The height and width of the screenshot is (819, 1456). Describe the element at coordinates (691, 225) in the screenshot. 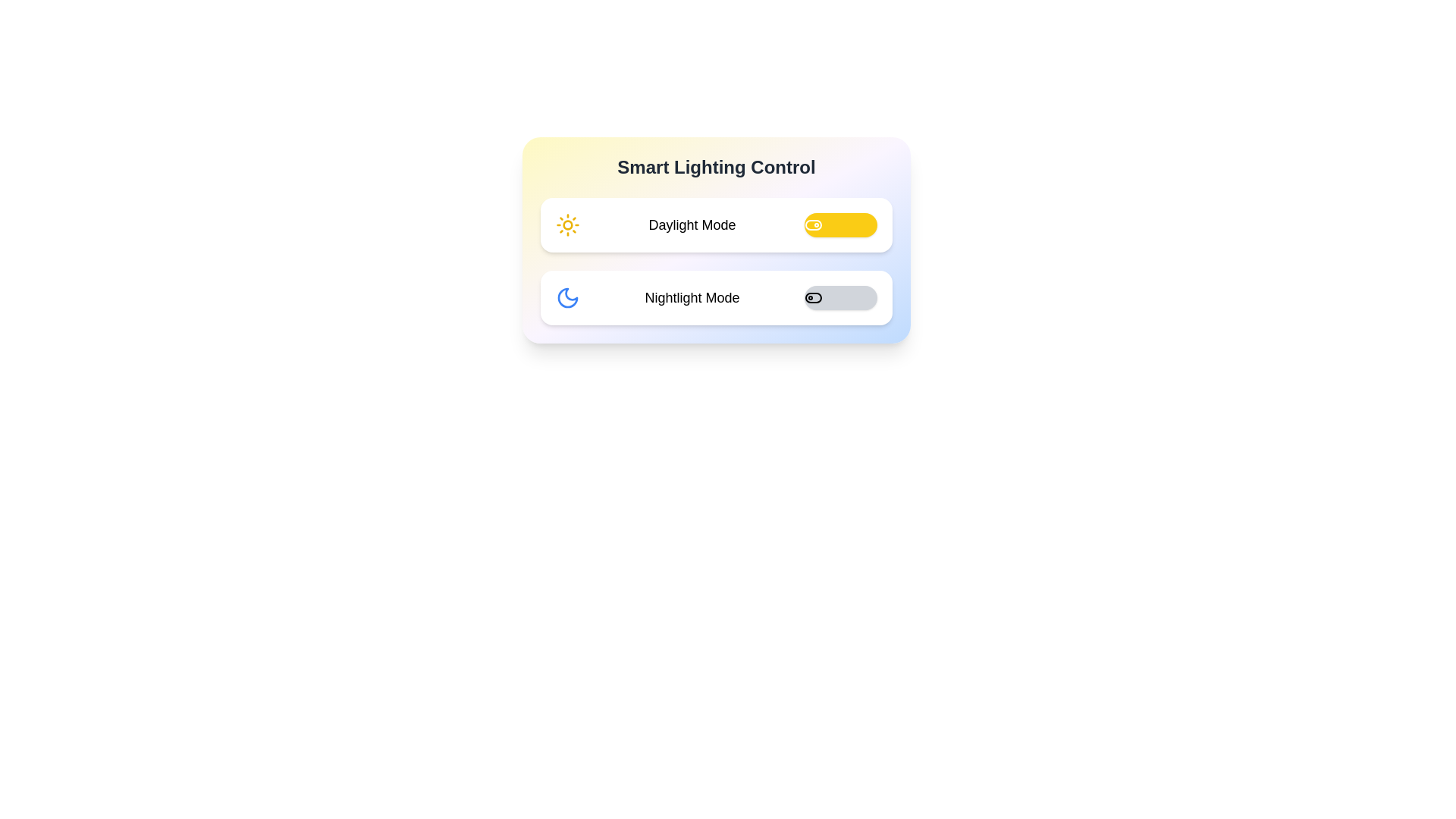

I see `the 'Daylight Mode' text label, which is centrally aligned within the 'Smart Lighting Control' card, located between a sun icon and a toggle switch` at that location.